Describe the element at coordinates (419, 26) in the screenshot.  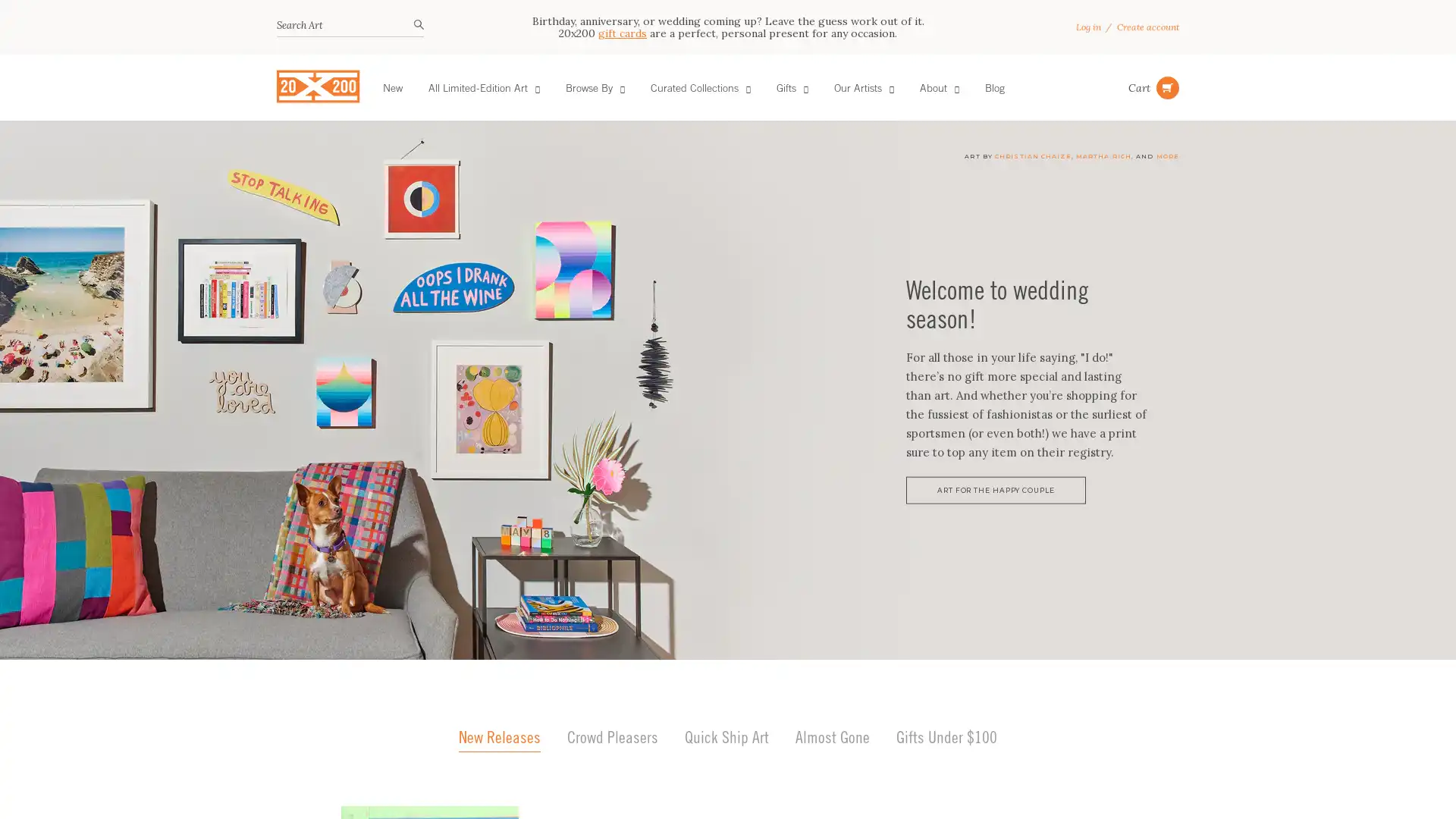
I see `icon-search SEARCH` at that location.